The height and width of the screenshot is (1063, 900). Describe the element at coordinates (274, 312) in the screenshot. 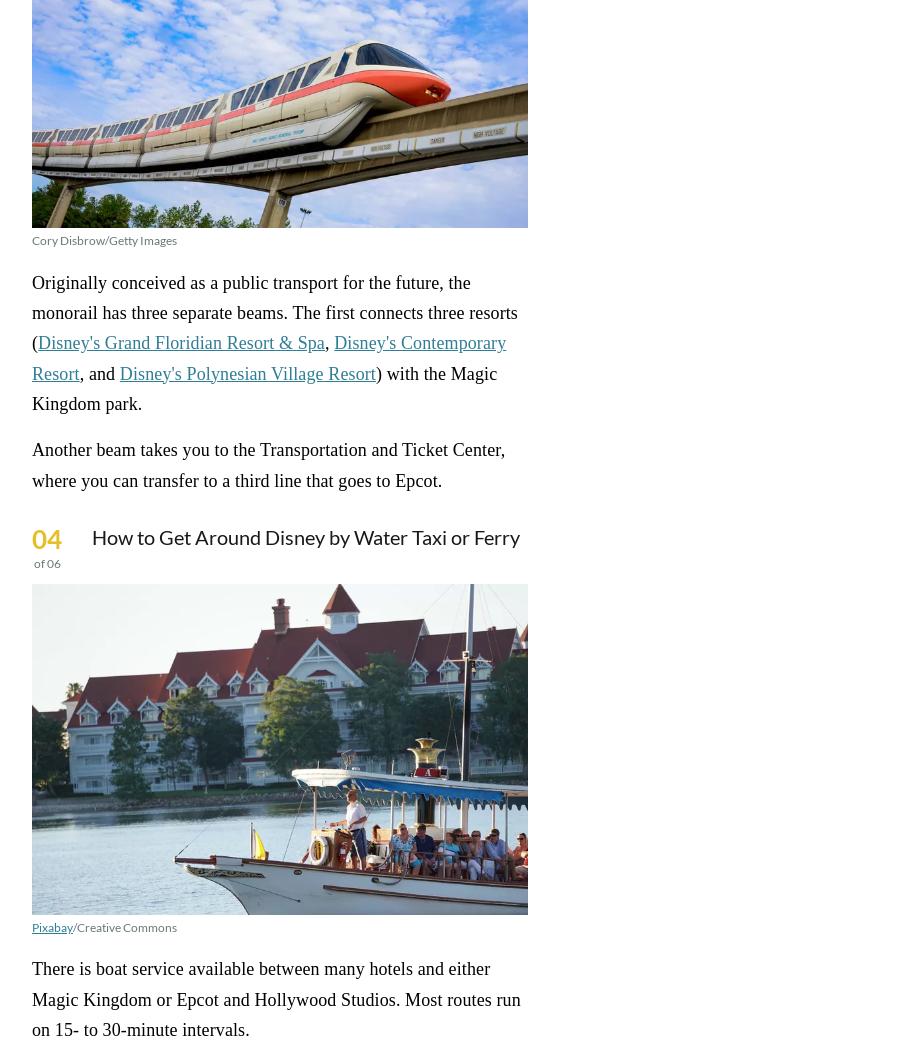

I see `'Originally conceived as a public transport for the future, the monorail has three separate beams. The first connects three resorts ('` at that location.